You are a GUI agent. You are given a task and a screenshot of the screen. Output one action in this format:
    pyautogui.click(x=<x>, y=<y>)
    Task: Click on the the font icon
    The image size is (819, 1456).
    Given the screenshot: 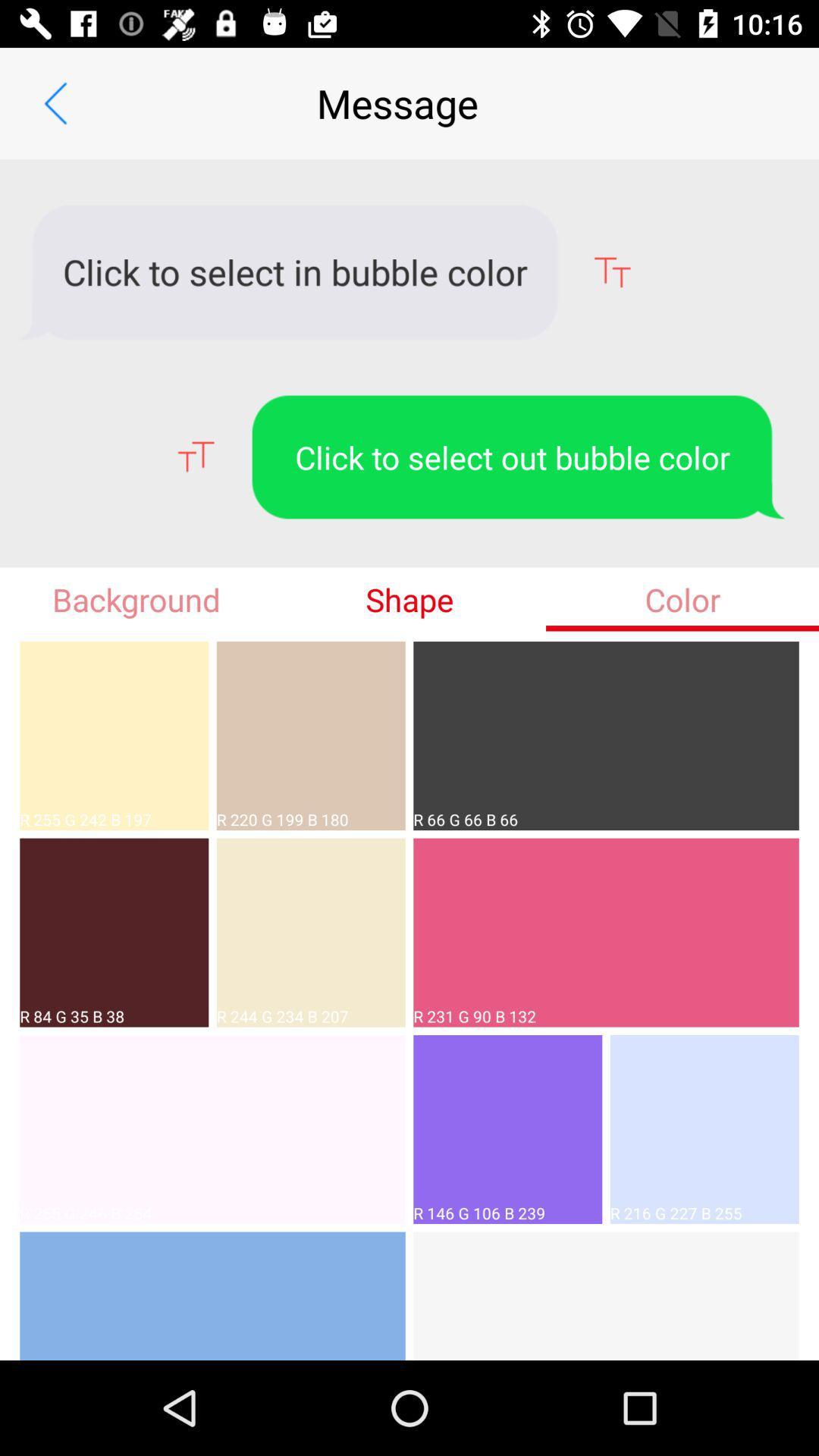 What is the action you would take?
    pyautogui.click(x=611, y=272)
    